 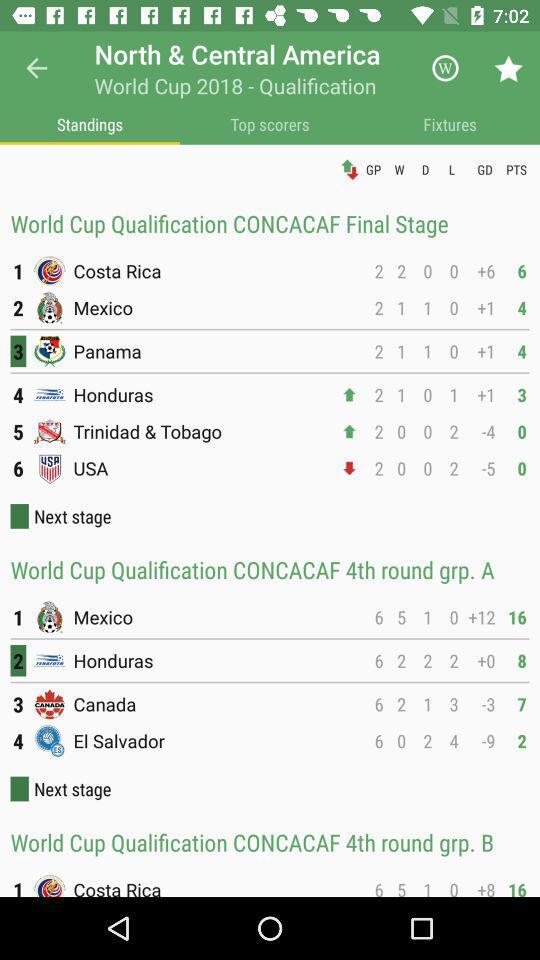 I want to click on app next to the top scorers icon, so click(x=89, y=123).